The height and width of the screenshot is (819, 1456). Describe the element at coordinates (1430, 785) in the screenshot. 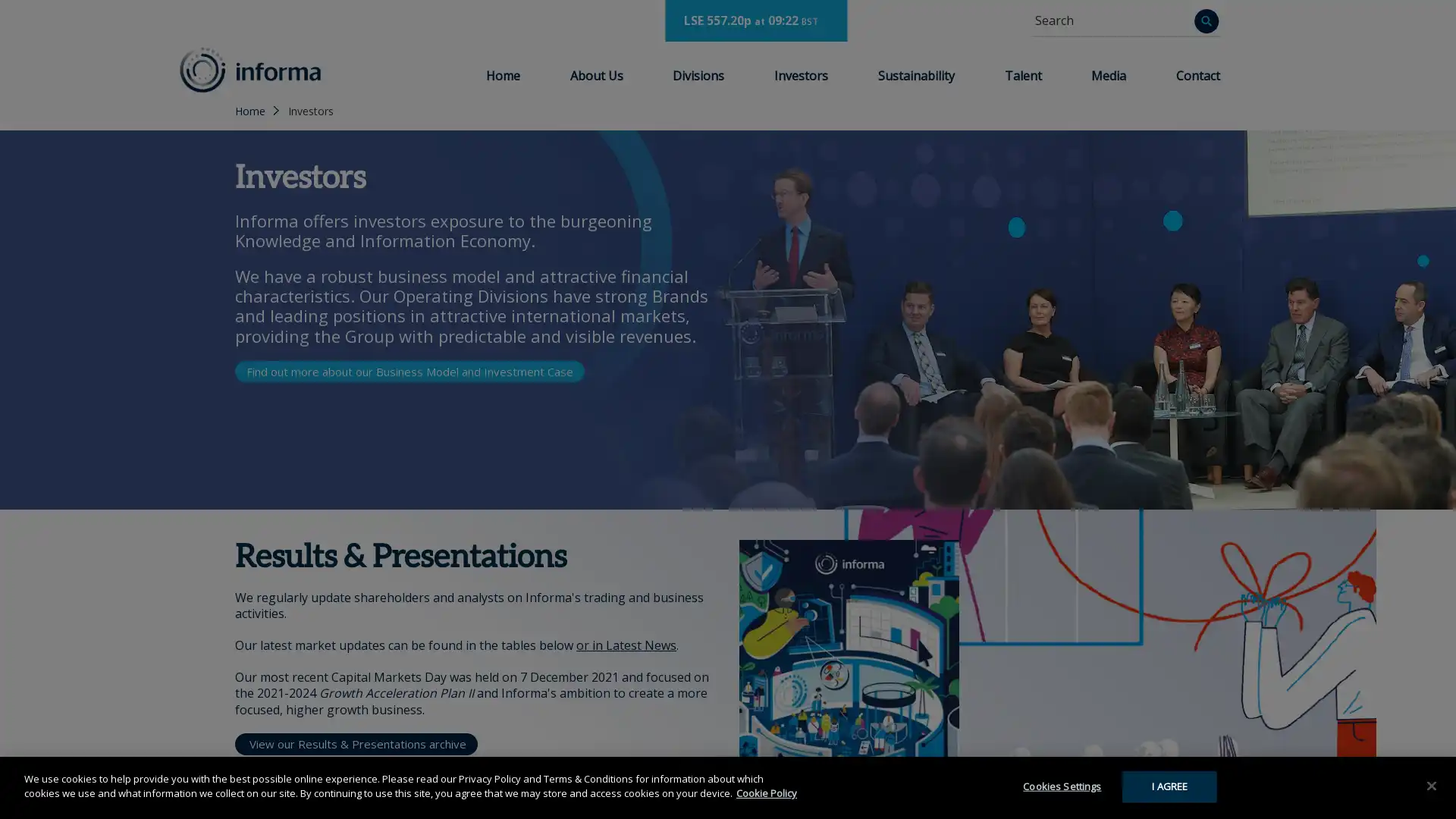

I see `Close` at that location.